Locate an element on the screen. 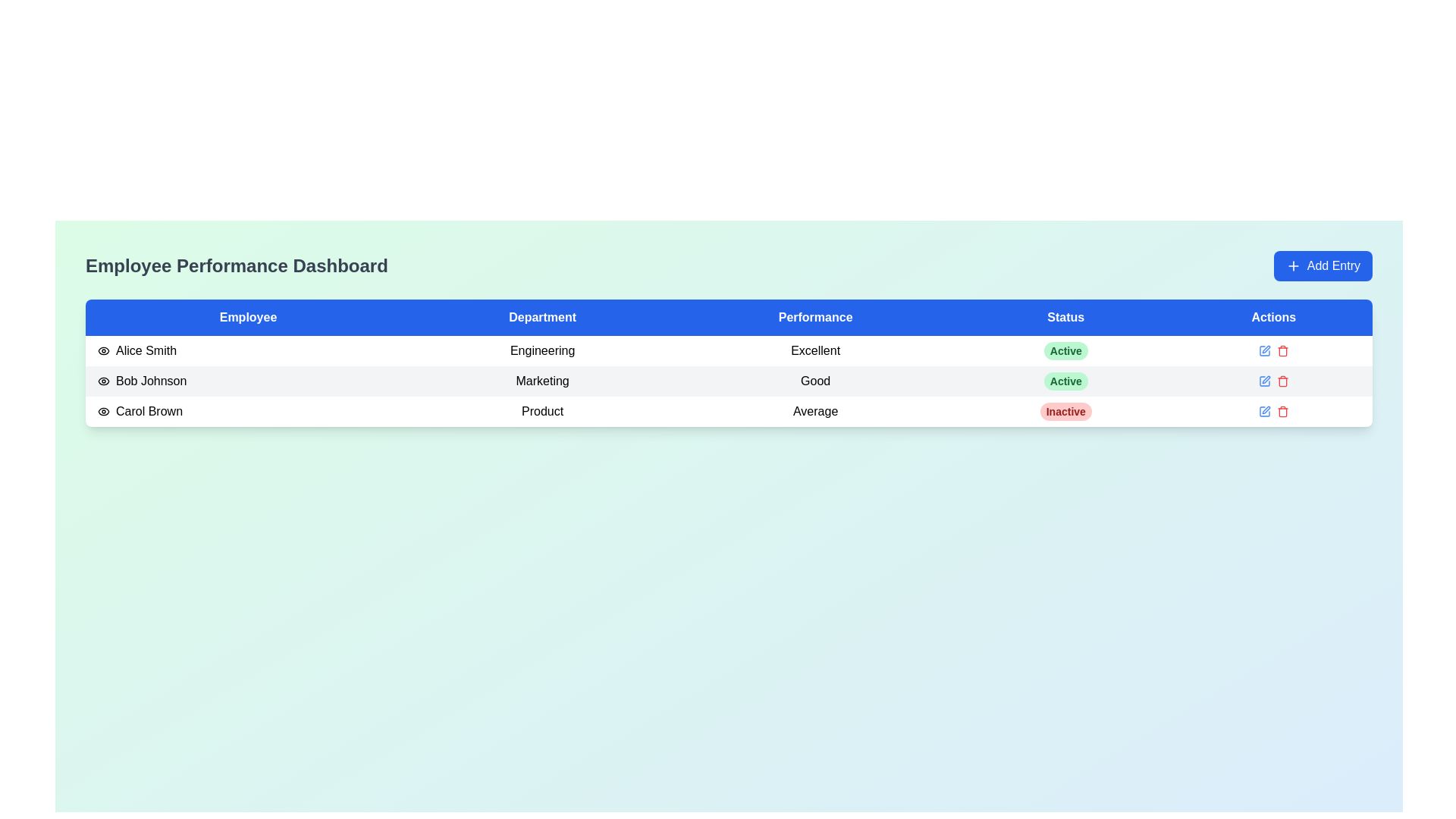 This screenshot has width=1456, height=819. text indicating the department associated with user 'Bob Johnson' located in the second row of the table under the column titled 'Department' is located at coordinates (542, 380).